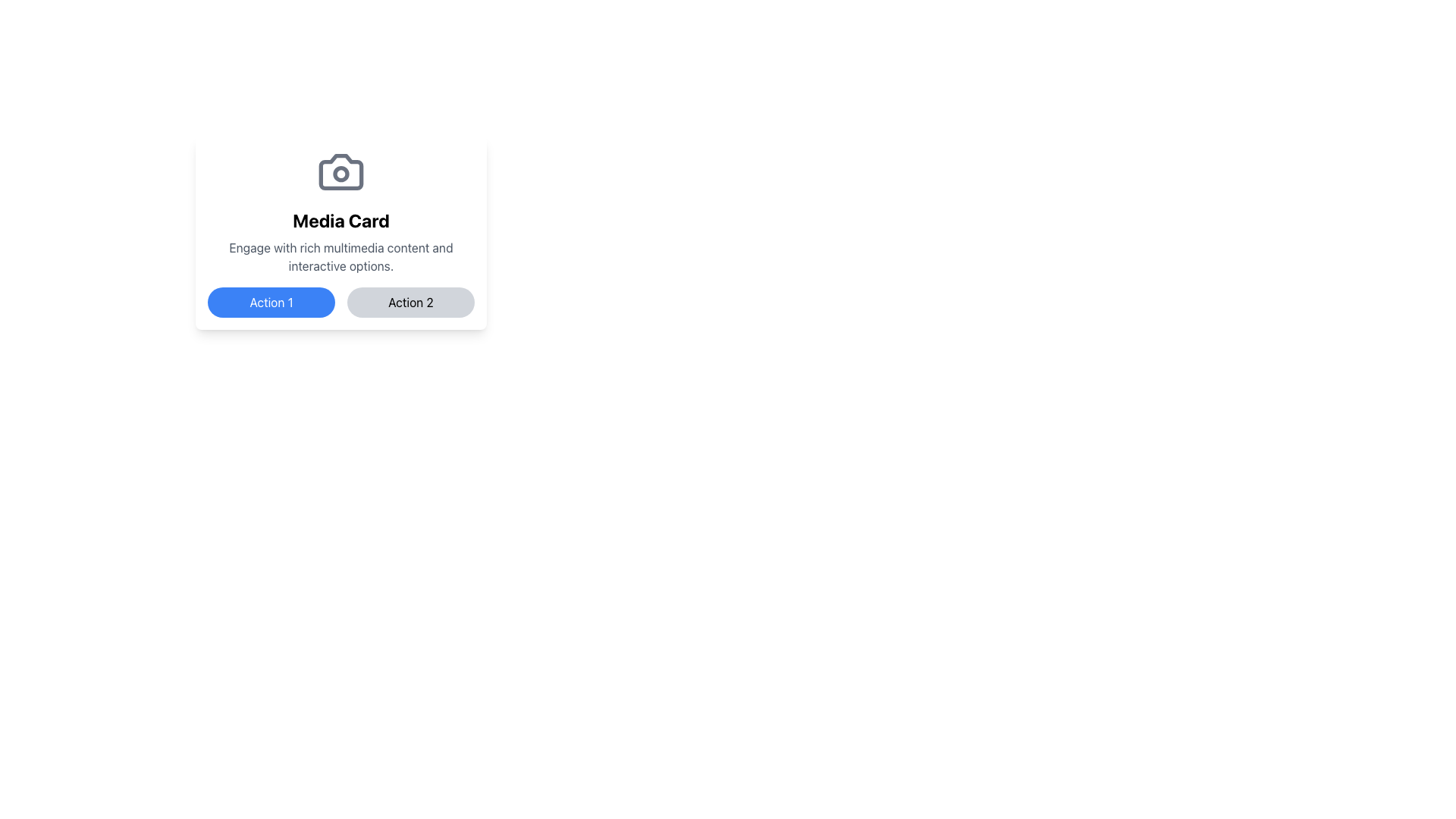 This screenshot has height=819, width=1456. Describe the element at coordinates (340, 171) in the screenshot. I see `the camera icon located at the top of the card interface, which is styled as an outline and is part of an SVG graphic` at that location.